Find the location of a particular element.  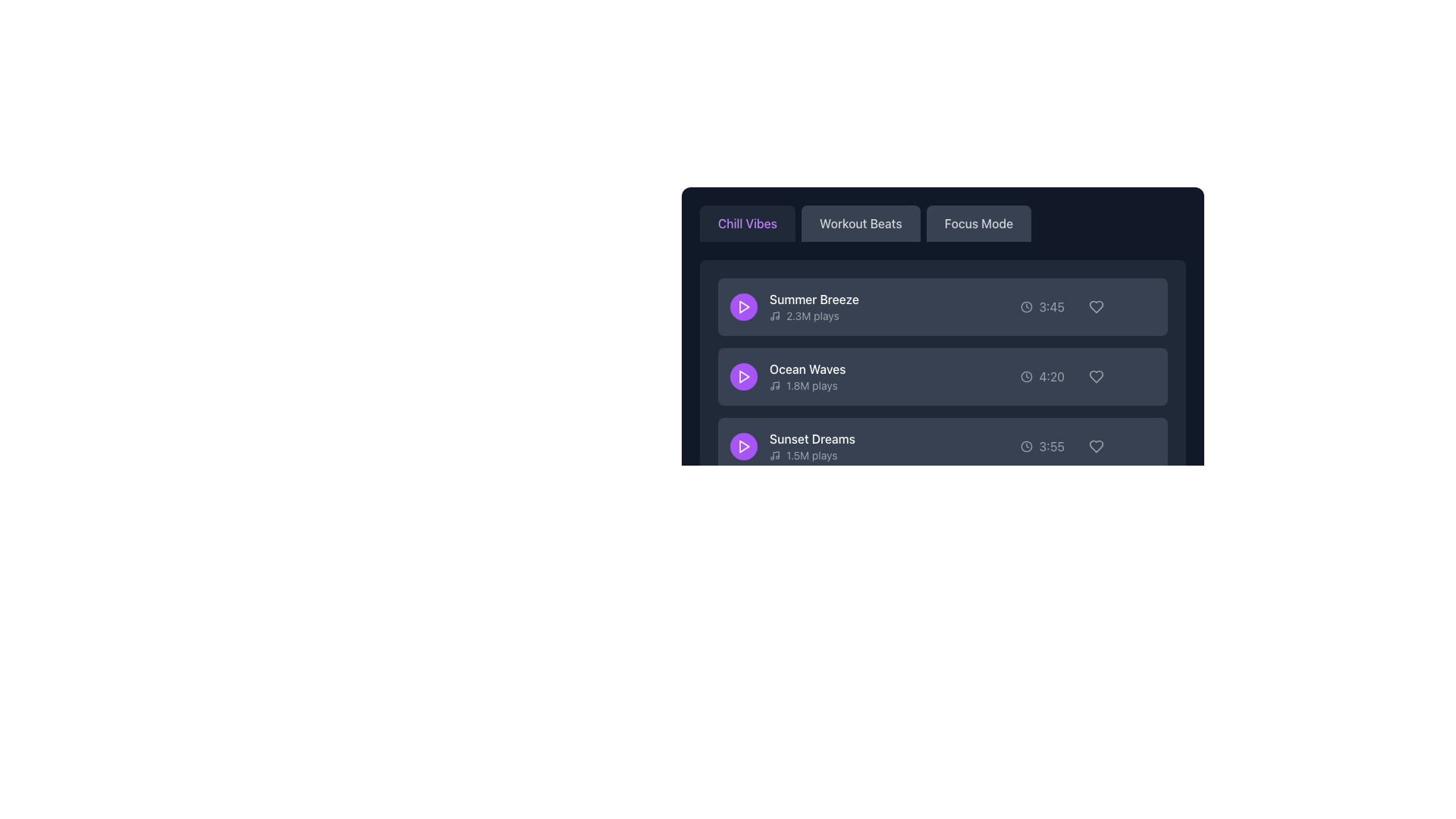

the 'Workout Beats' button, which is a rectangular button with rounded corners, centrally located between 'Chill Vibes' and 'Focus Mode' is located at coordinates (861, 223).